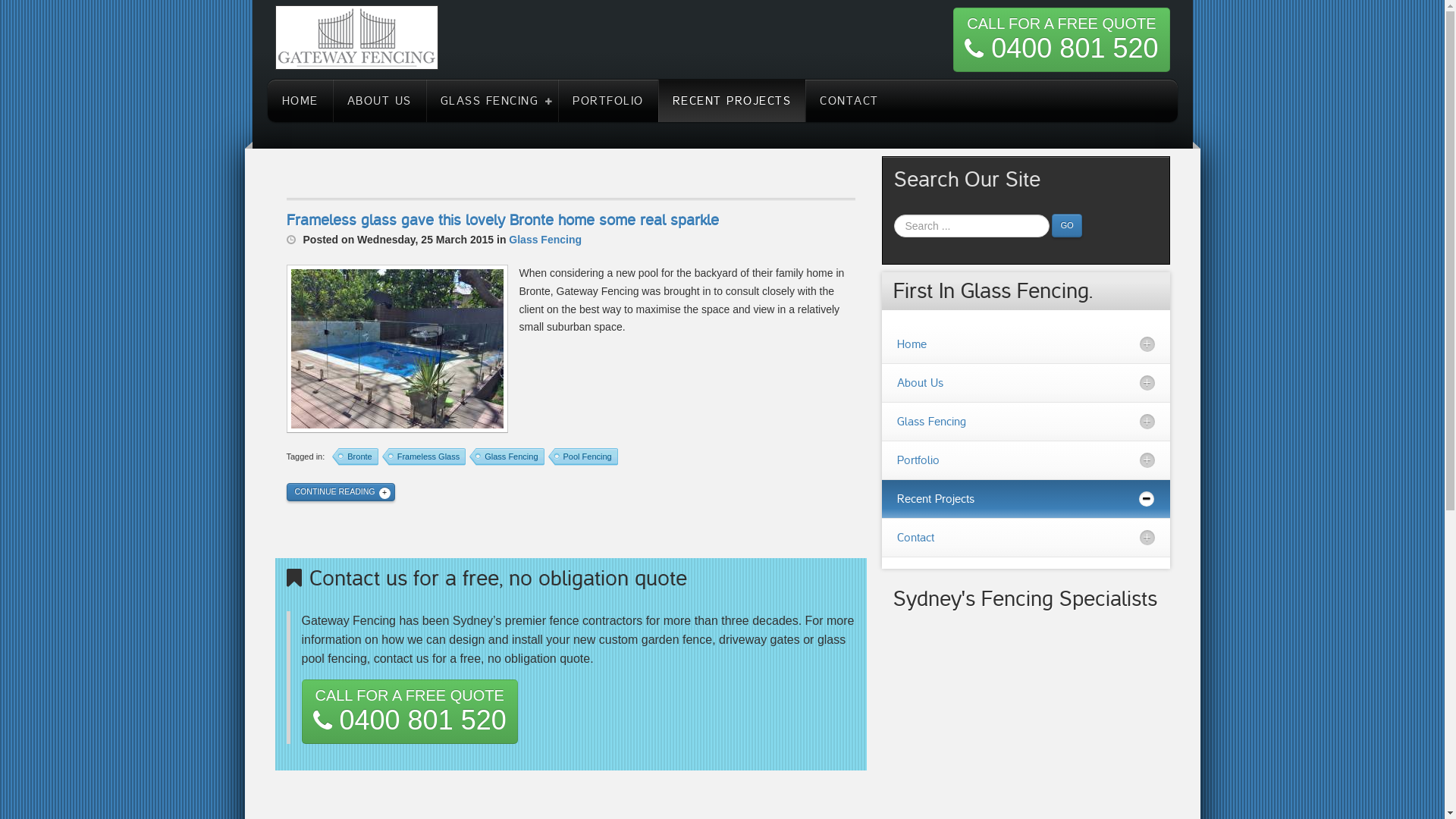  What do you see at coordinates (658, 100) in the screenshot?
I see `'RECENT PROJECTS'` at bounding box center [658, 100].